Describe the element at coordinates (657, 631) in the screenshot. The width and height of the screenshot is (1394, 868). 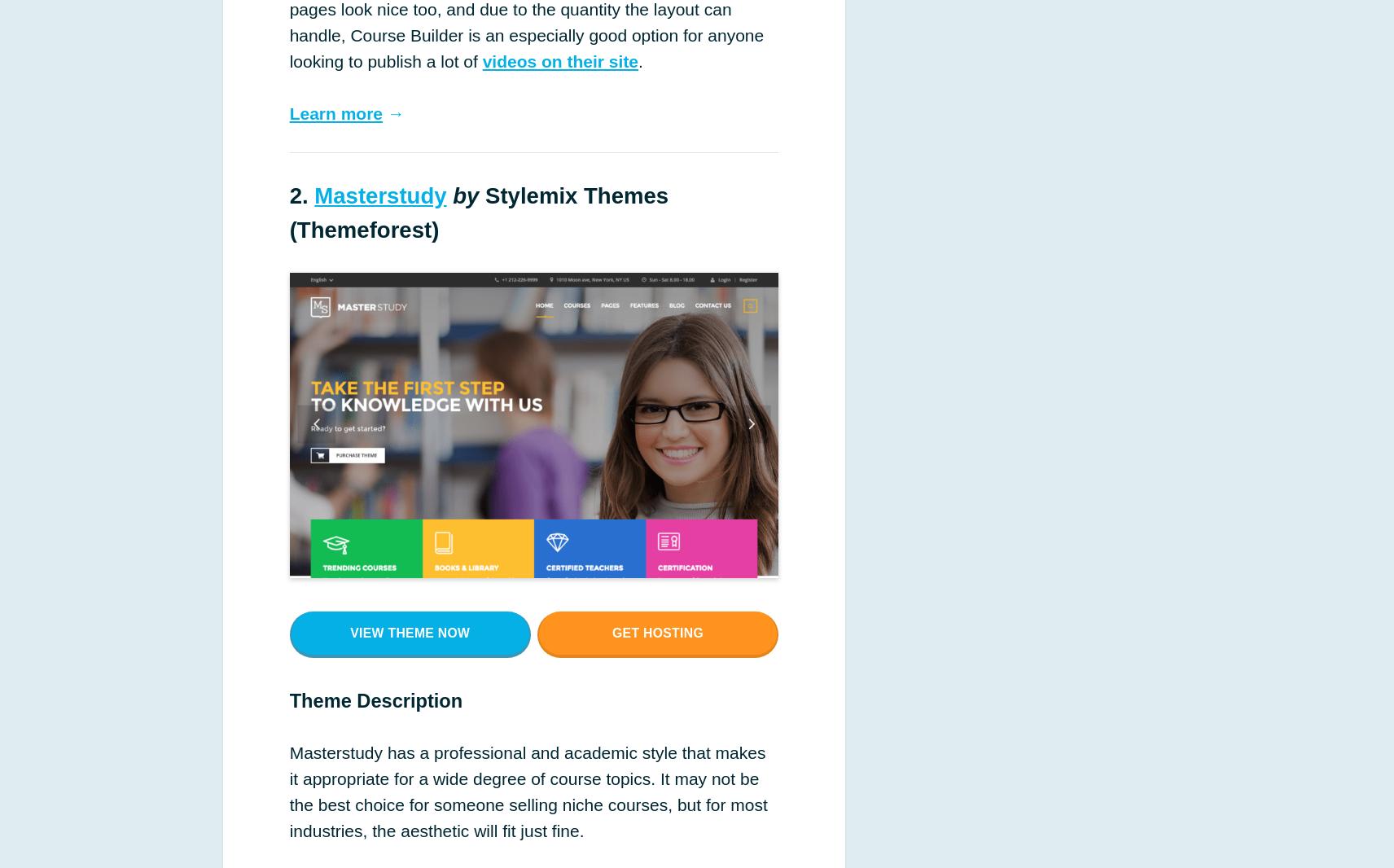
I see `'Get hosting'` at that location.